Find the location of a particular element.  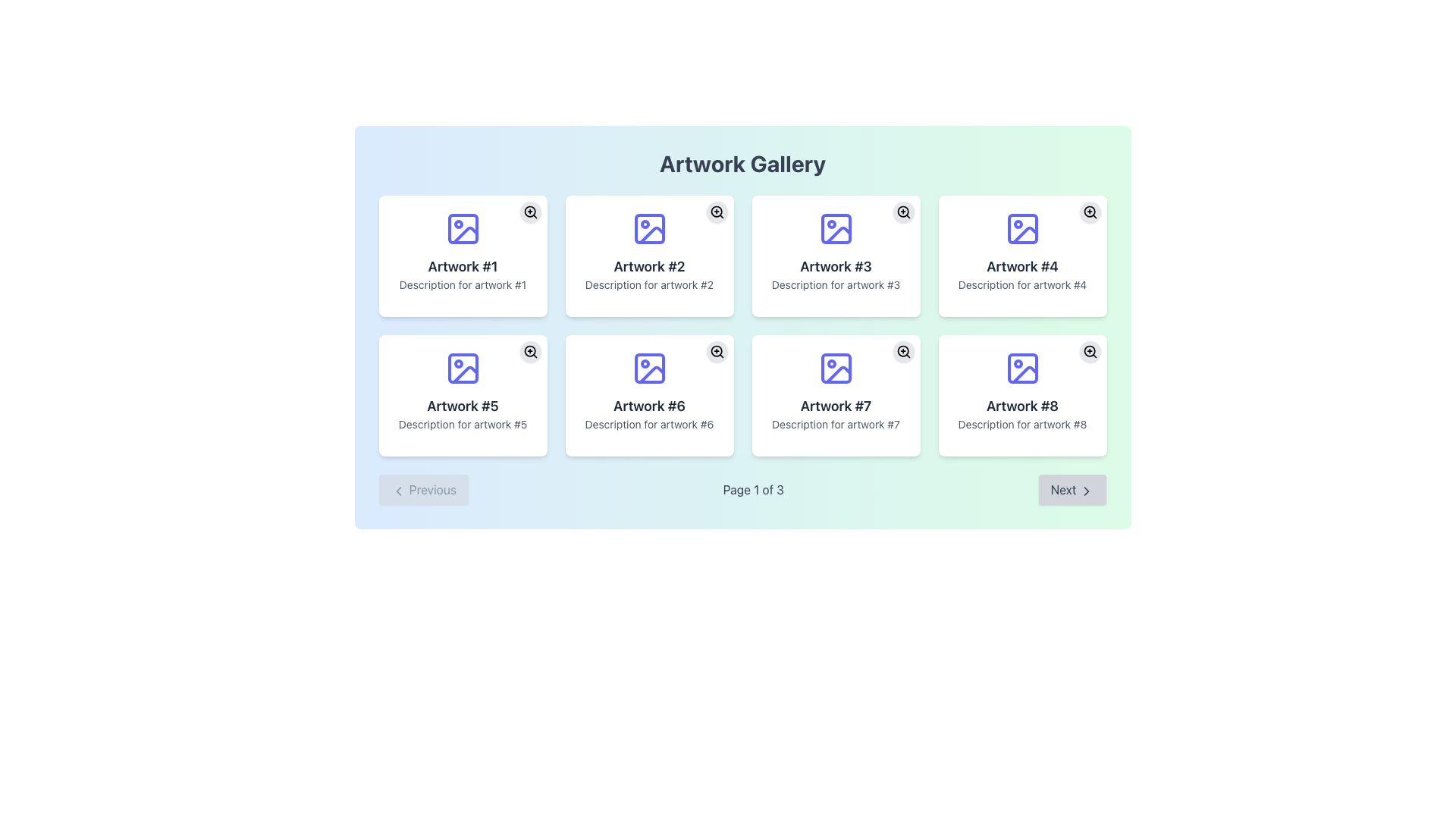

the magnifying glass icon button with a plus sign located in the top-right corner of the card labeled 'Artwork #2' is located at coordinates (716, 212).